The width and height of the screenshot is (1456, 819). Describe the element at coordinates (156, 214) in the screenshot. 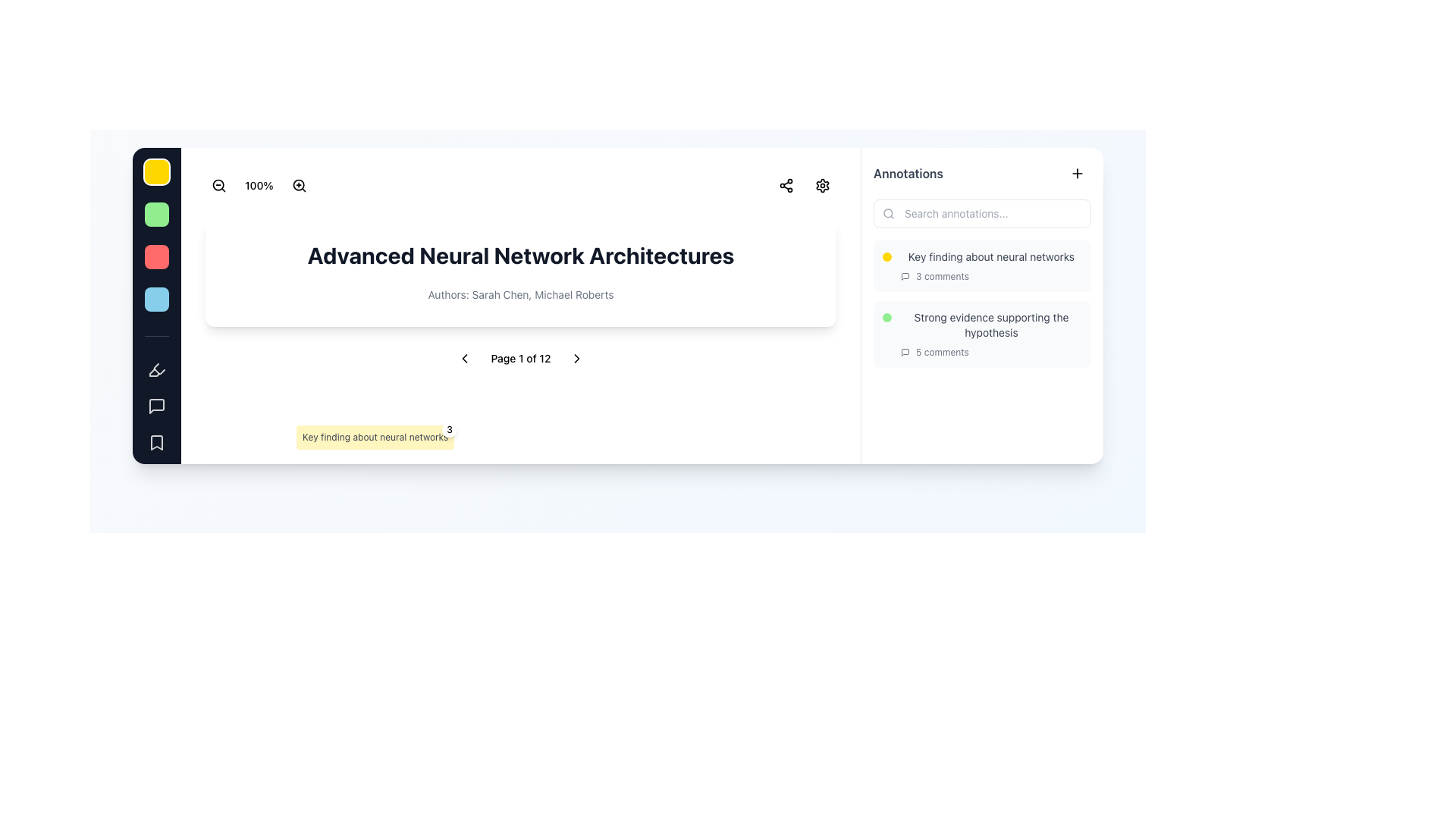

I see `the green circular button located below the yellow 'Important' button and above the red 'Disagree' button on the left sidebar to register agreement` at that location.